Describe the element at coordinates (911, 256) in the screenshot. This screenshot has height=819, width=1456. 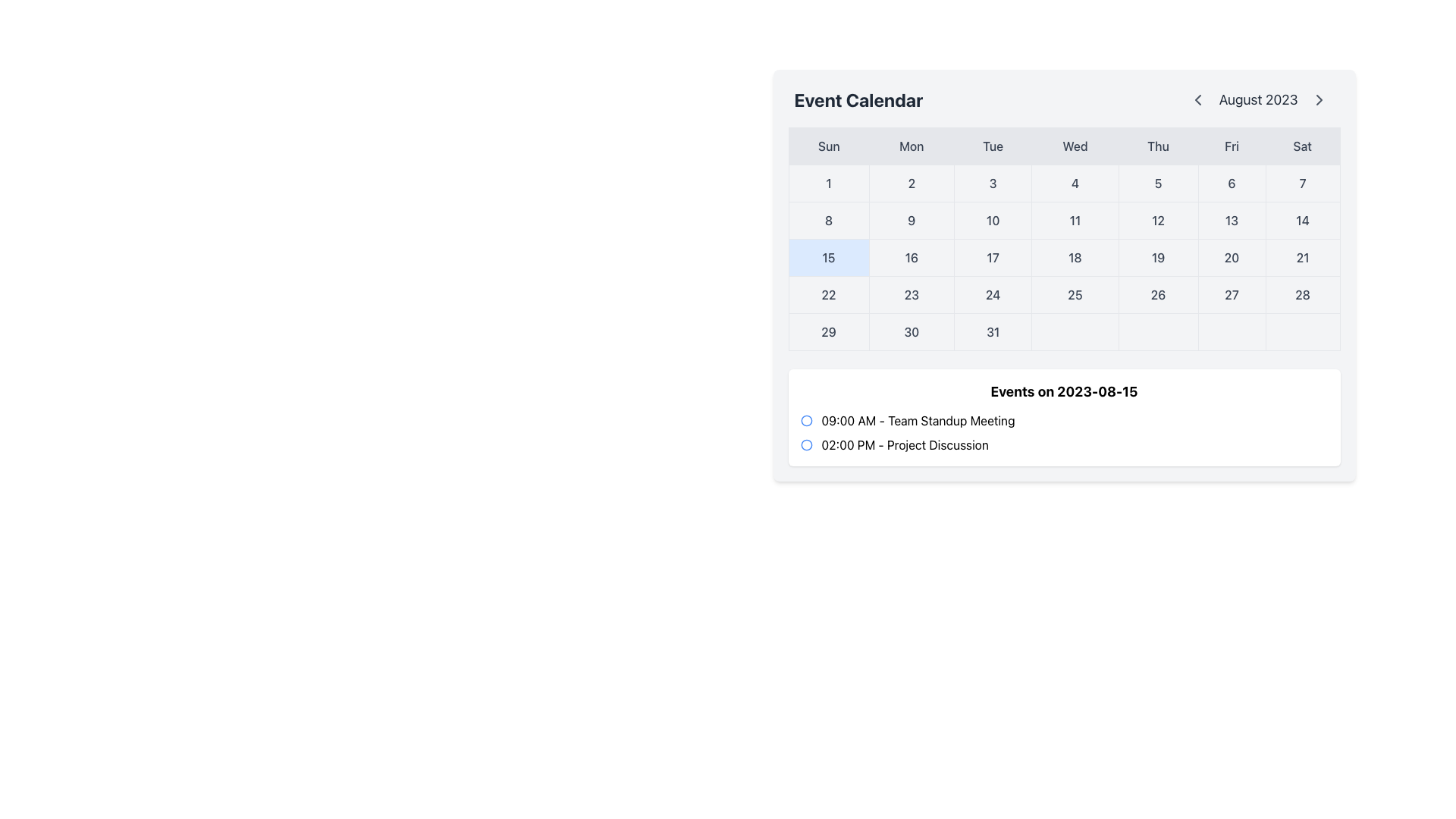
I see `the static calendar cell displaying the number '16', which is the second cell in its row following the cell labeled '15'` at that location.